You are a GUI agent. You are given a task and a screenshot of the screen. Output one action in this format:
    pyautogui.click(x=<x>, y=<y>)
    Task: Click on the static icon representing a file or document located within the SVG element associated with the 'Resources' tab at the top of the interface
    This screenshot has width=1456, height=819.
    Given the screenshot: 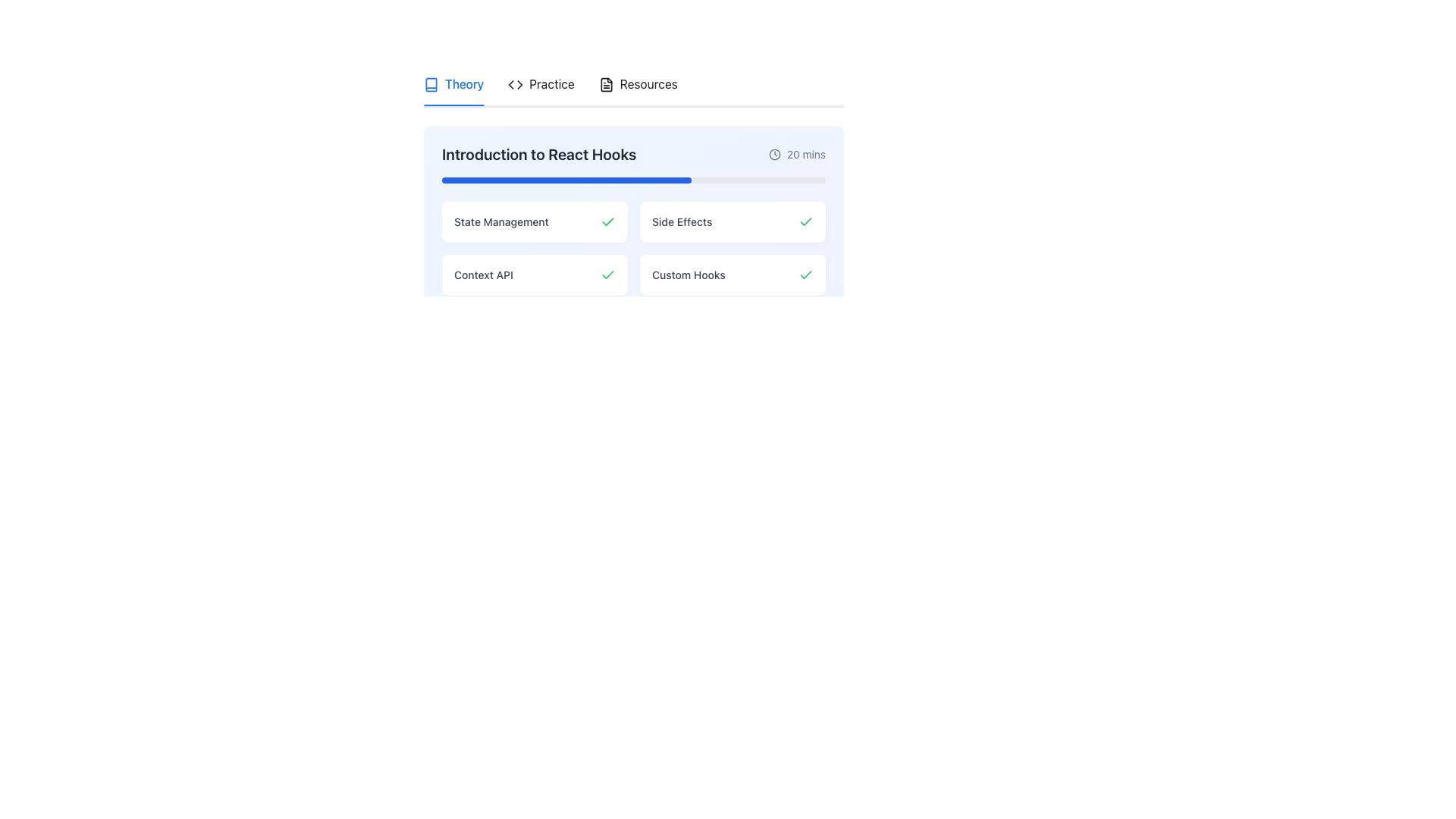 What is the action you would take?
    pyautogui.click(x=605, y=84)
    